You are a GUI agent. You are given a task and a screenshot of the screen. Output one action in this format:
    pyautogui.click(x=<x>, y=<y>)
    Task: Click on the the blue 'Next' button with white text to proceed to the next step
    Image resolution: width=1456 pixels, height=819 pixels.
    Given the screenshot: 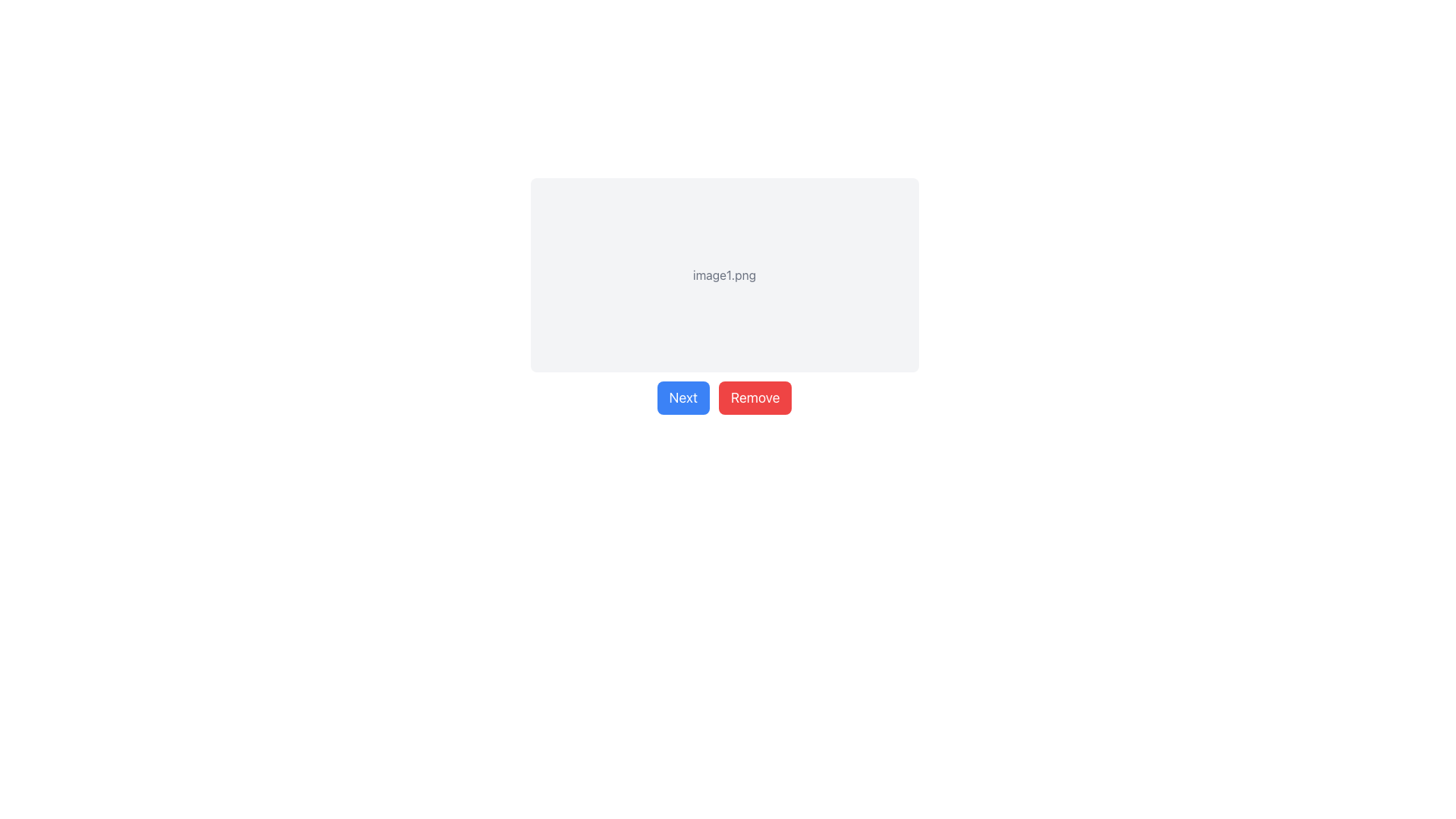 What is the action you would take?
    pyautogui.click(x=682, y=397)
    